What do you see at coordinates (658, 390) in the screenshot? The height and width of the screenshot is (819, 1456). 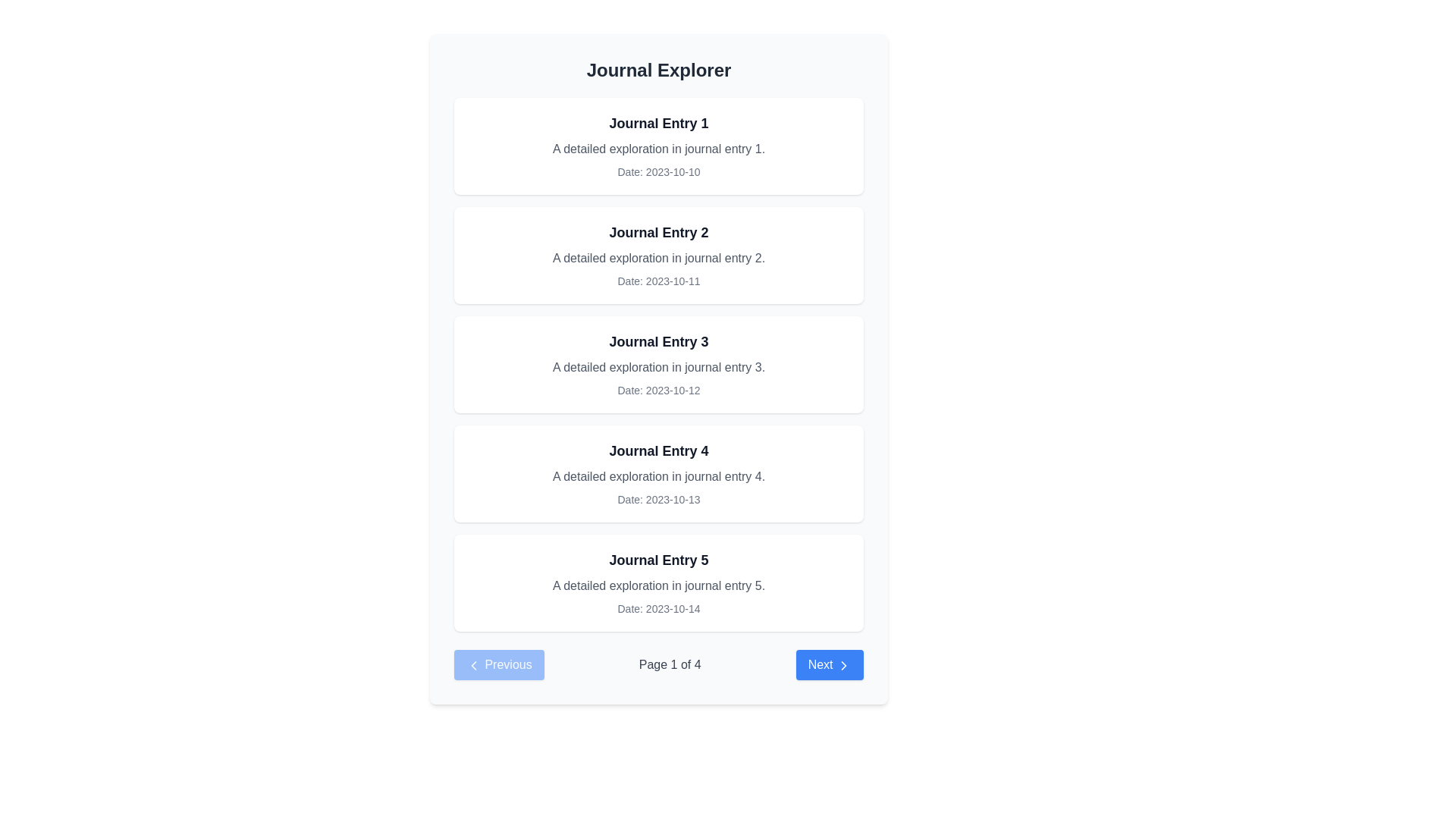 I see `the static text label displaying 'Date: 2023-10-12', which is styled with a small font and gray color, located at the bottom of 'Journal Entry 3'` at bounding box center [658, 390].